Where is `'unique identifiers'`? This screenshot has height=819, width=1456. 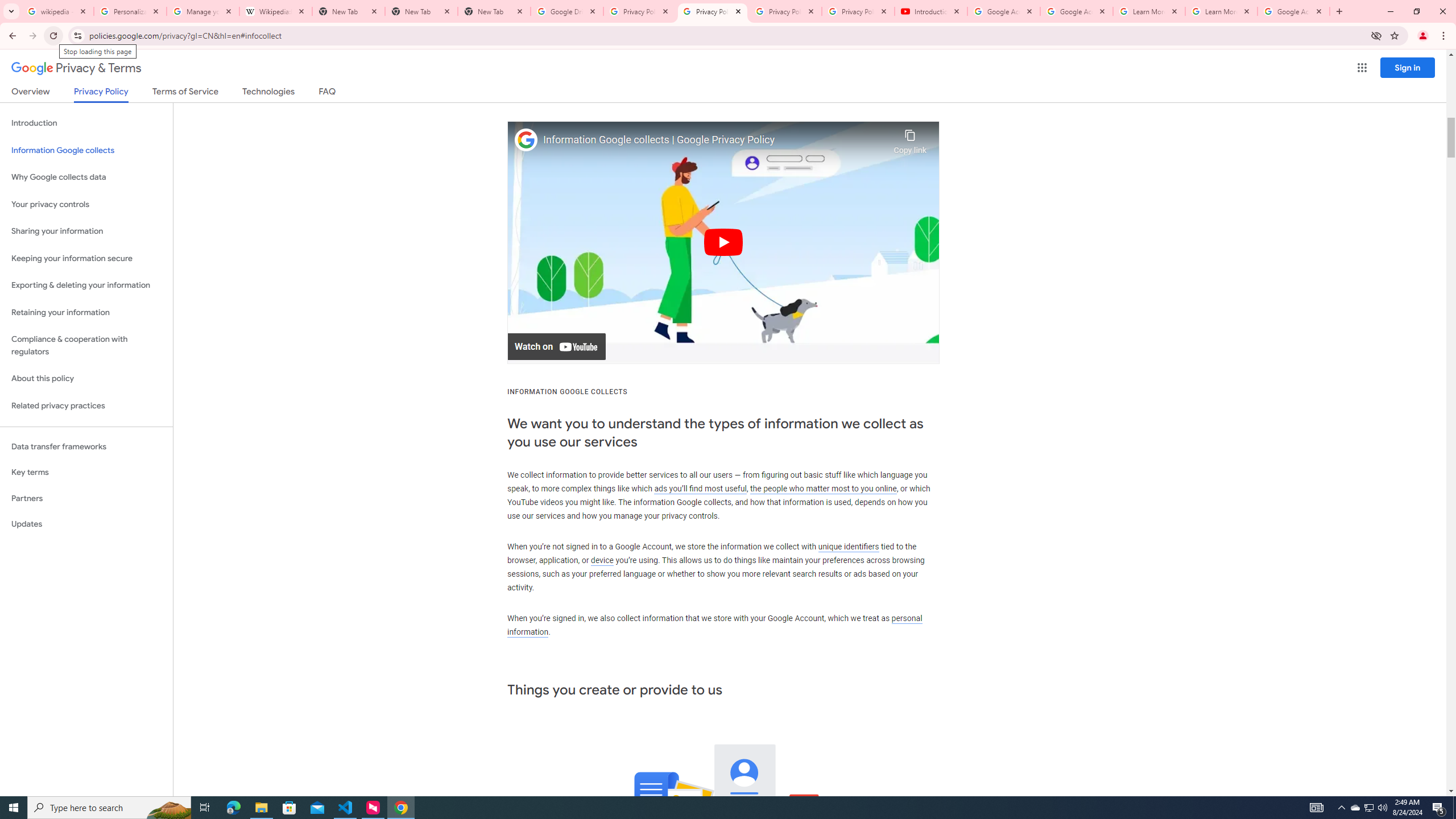
'unique identifiers' is located at coordinates (848, 547).